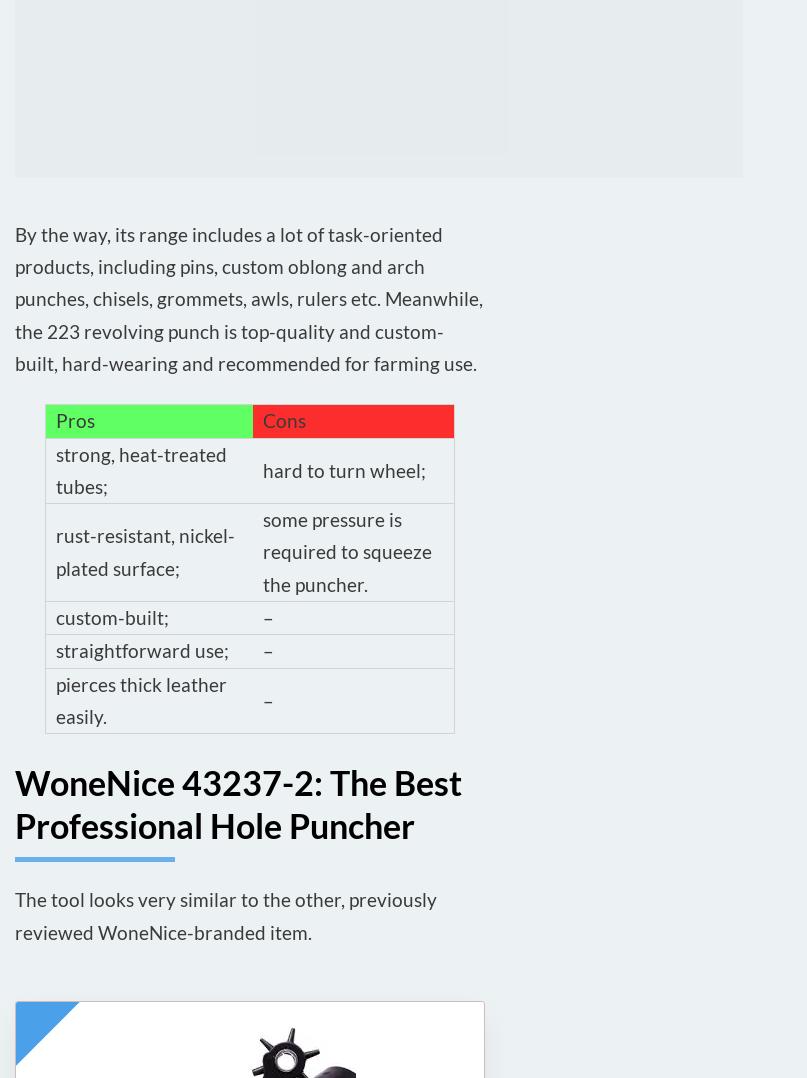 The width and height of the screenshot is (807, 1078). I want to click on 'rust-resistant, nickel-plated surface;', so click(144, 550).